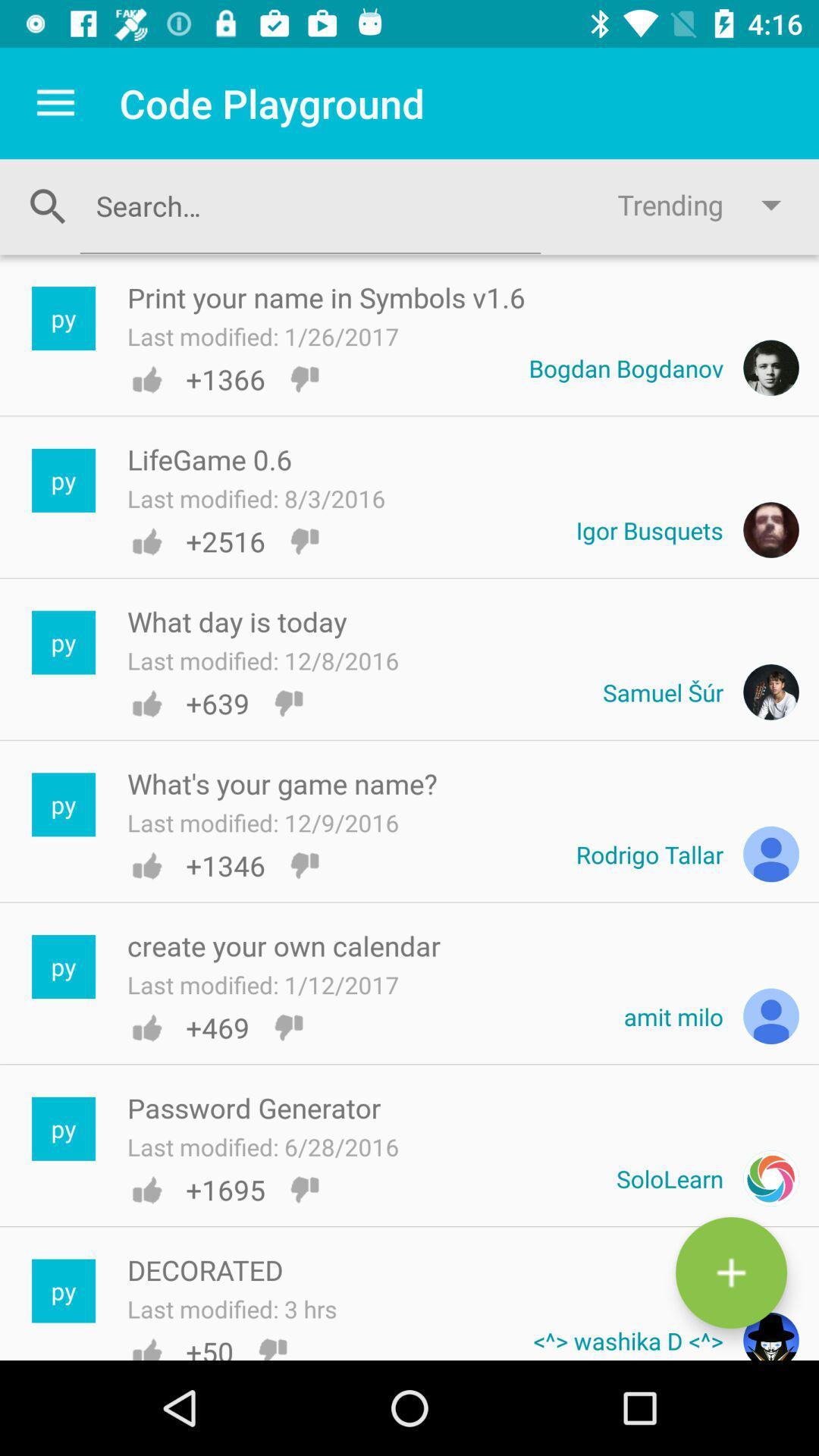 The height and width of the screenshot is (1456, 819). I want to click on search textbox, so click(309, 205).